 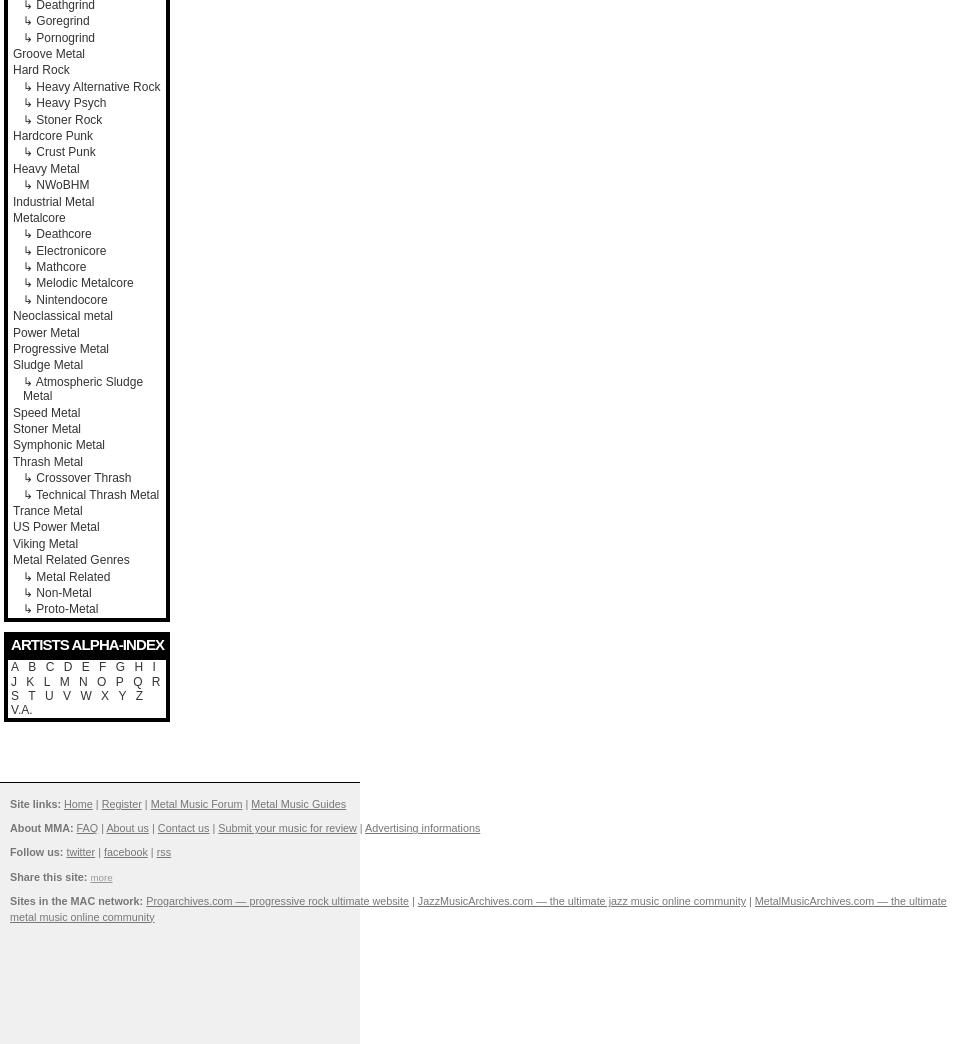 What do you see at coordinates (580, 900) in the screenshot?
I see `'JazzMusicArchives.com — the ultimate jazz music online community'` at bounding box center [580, 900].